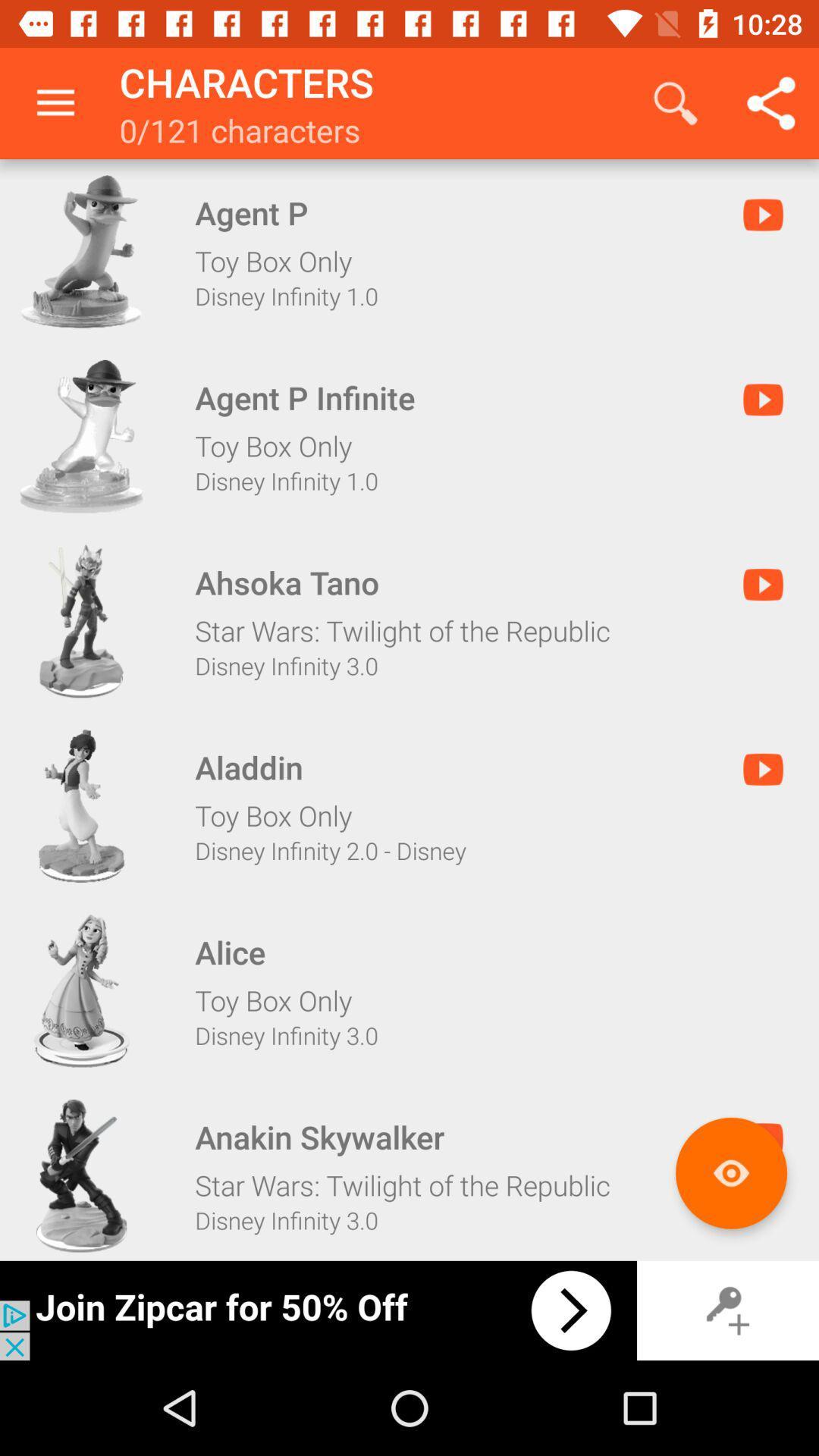  I want to click on click advertisement, so click(318, 1310).